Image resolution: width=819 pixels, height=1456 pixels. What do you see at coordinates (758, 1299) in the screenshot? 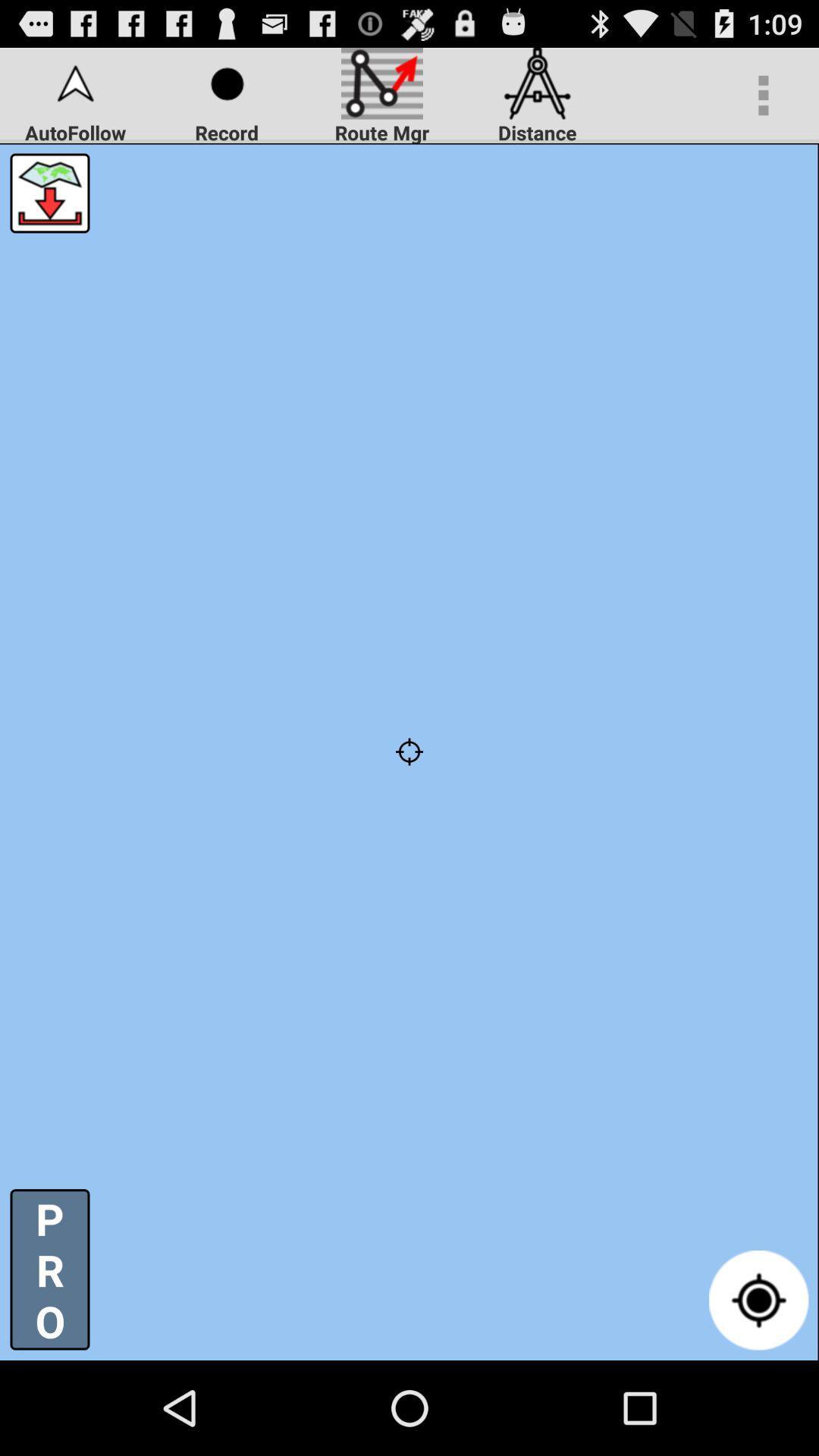
I see `the icon next to the p` at bounding box center [758, 1299].